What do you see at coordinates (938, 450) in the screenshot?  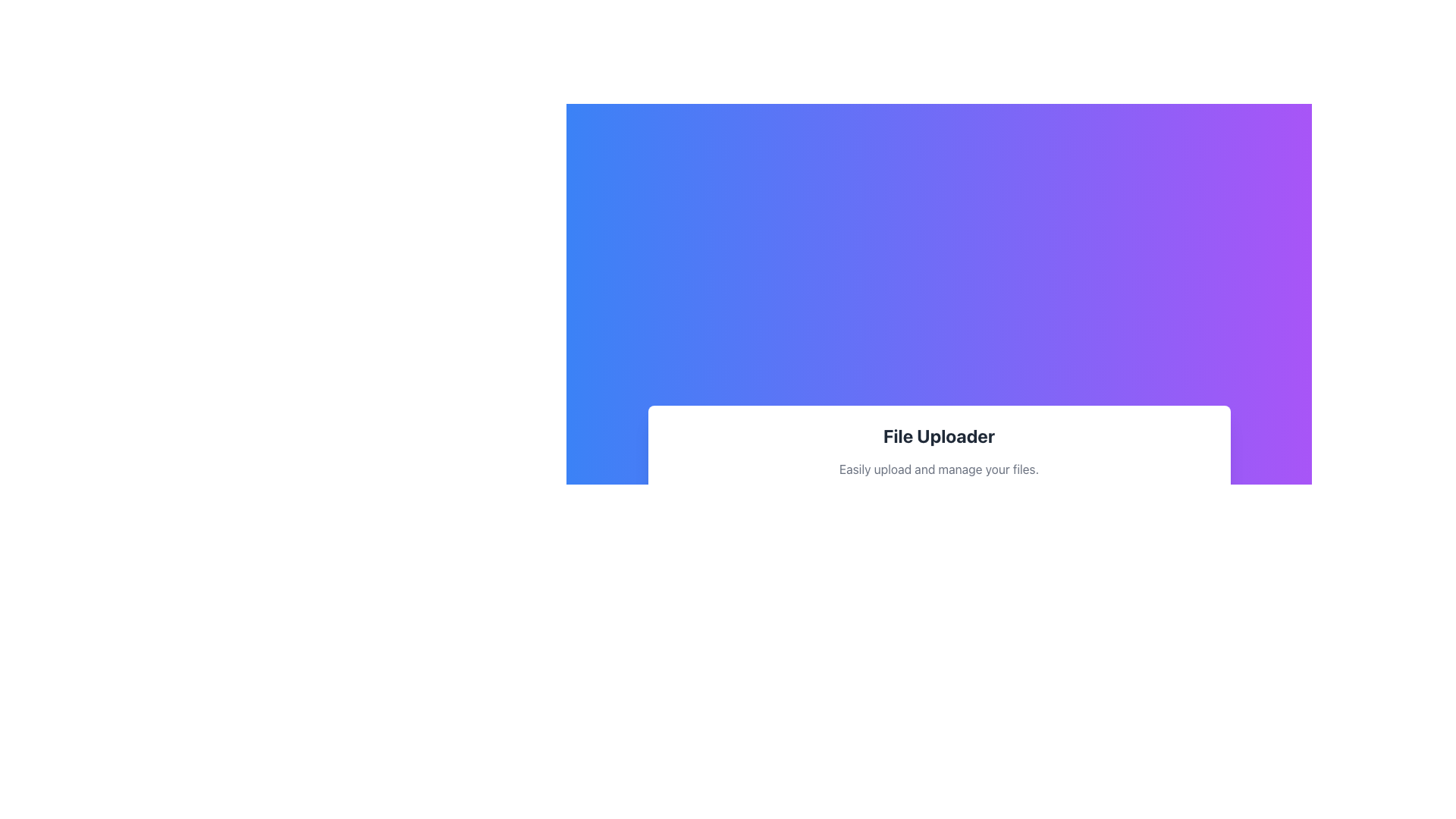 I see `information displayed on the Textual Content Block (Heading and Paragraph) titled 'File Uploader' which includes the description 'Easily upload and manage your files.'` at bounding box center [938, 450].